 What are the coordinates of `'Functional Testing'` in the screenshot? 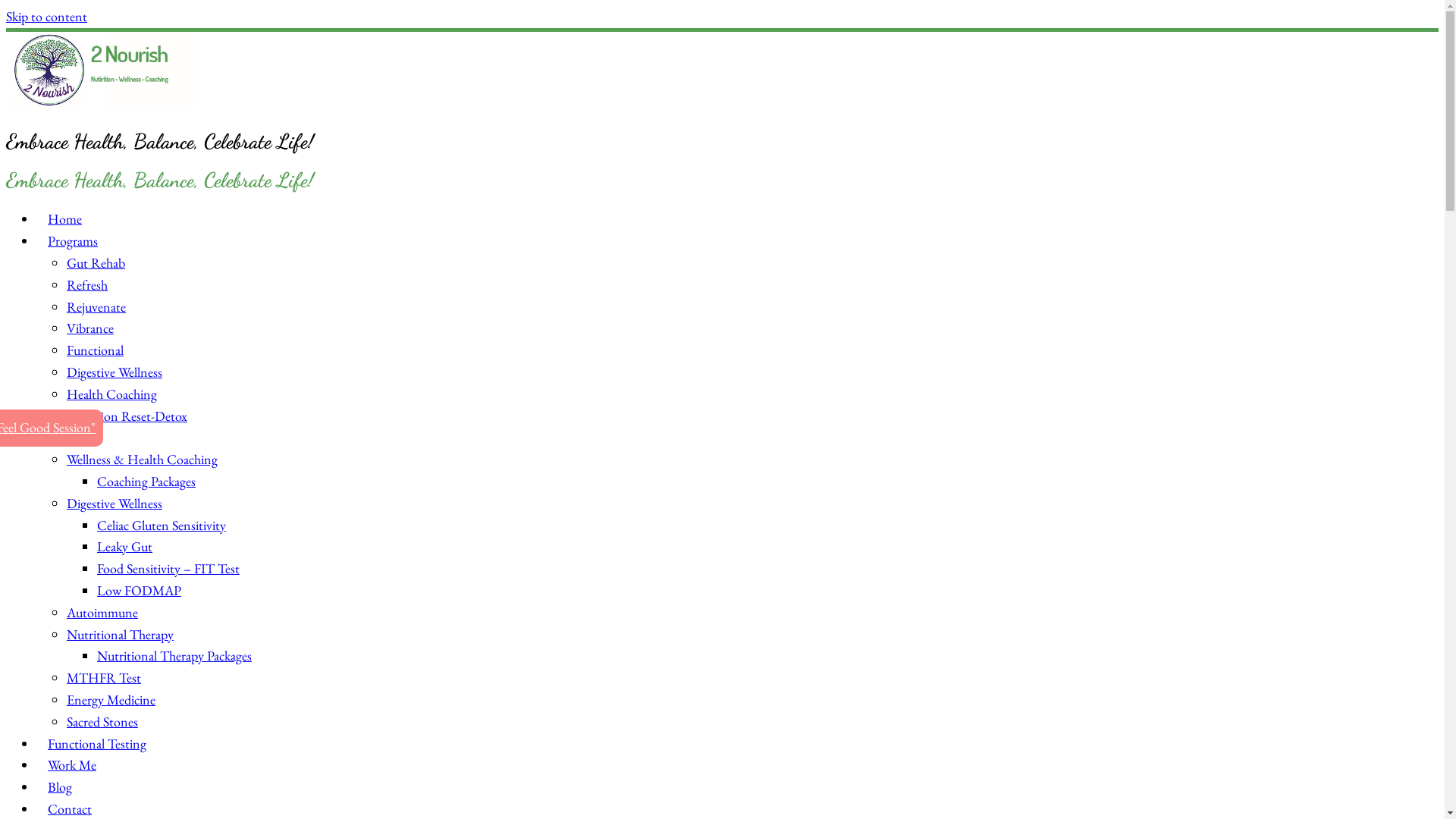 It's located at (96, 742).